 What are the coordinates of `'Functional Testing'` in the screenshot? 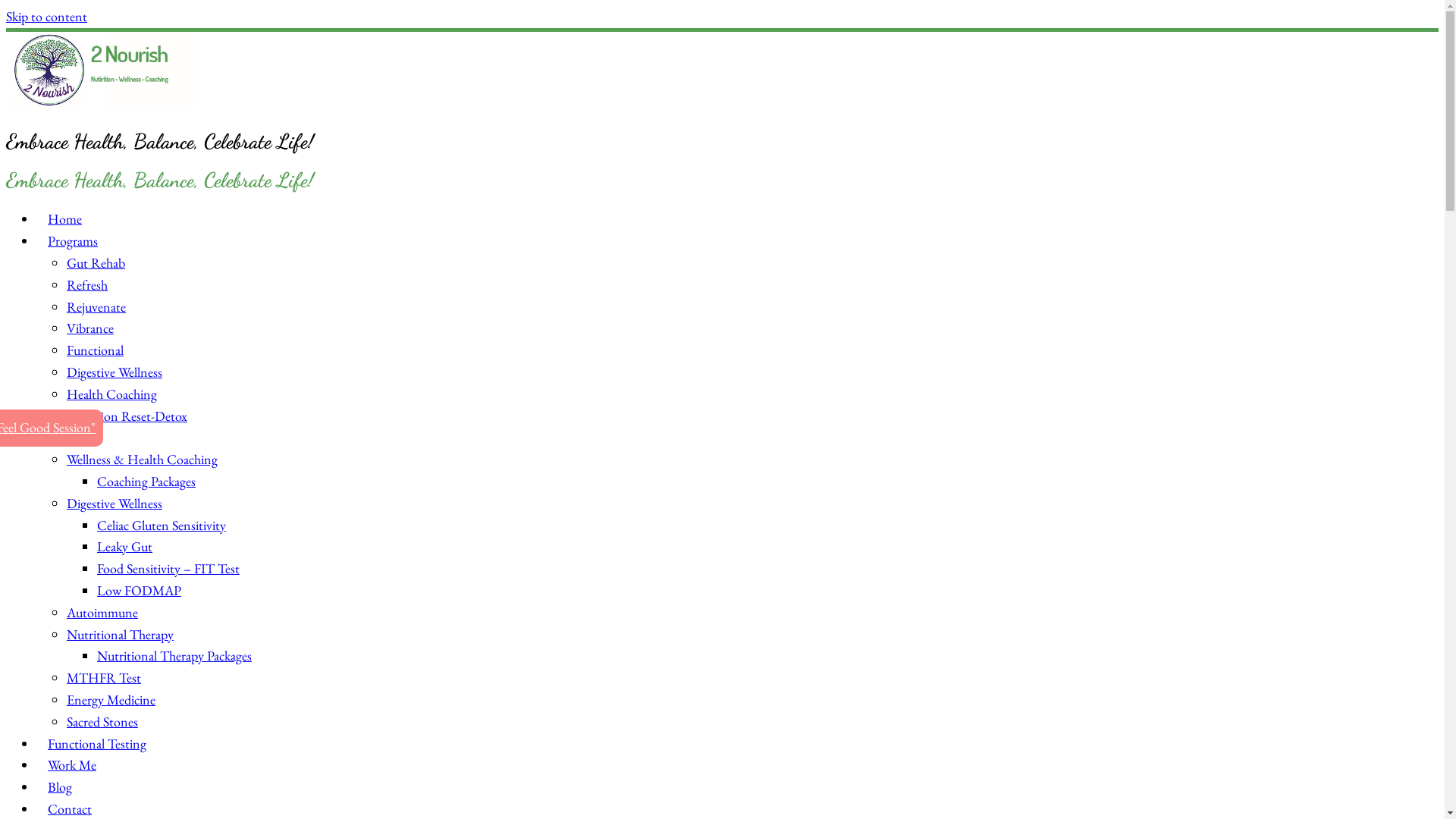 It's located at (96, 742).